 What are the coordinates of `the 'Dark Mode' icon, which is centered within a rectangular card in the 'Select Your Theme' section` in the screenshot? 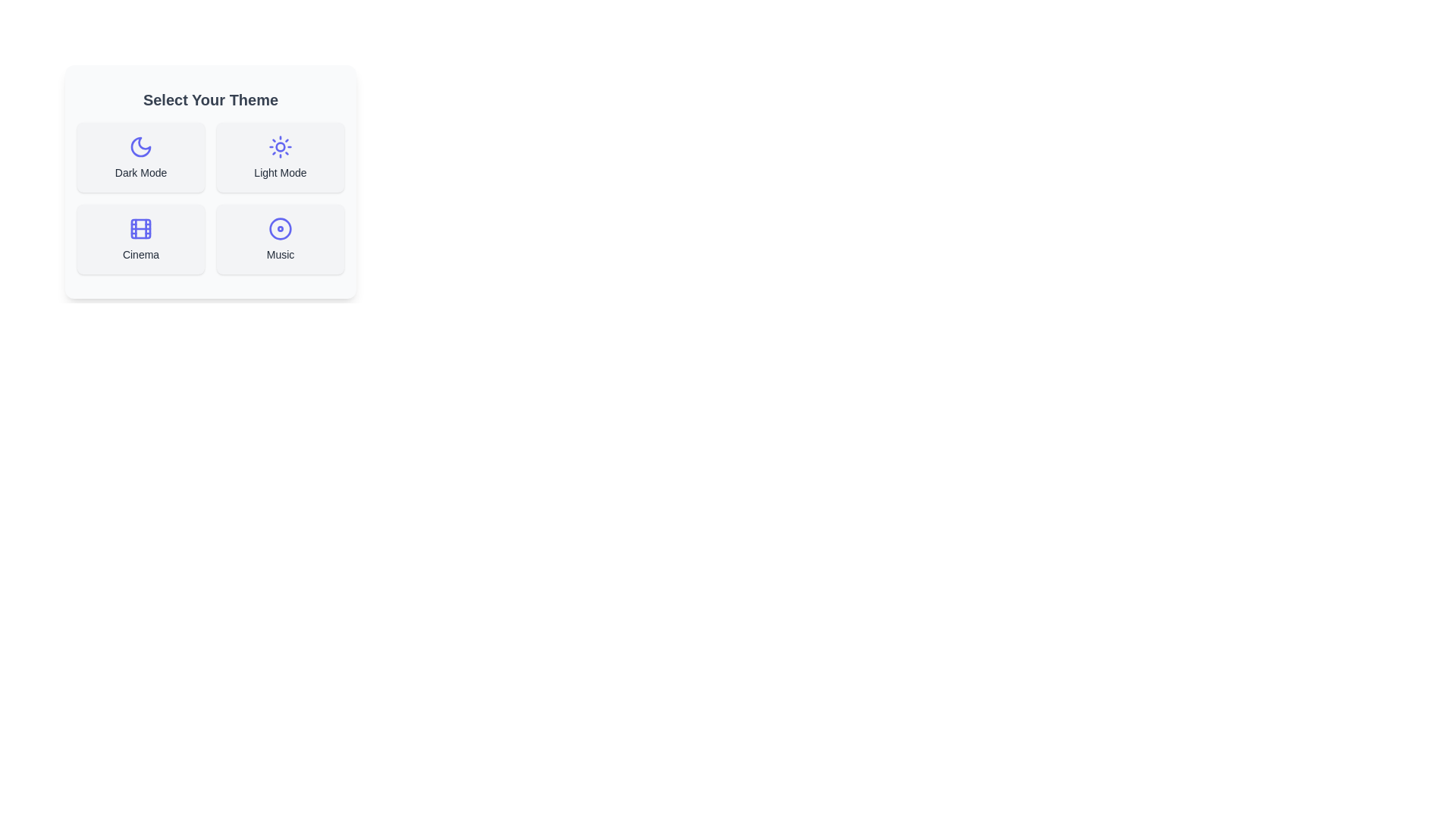 It's located at (141, 146).